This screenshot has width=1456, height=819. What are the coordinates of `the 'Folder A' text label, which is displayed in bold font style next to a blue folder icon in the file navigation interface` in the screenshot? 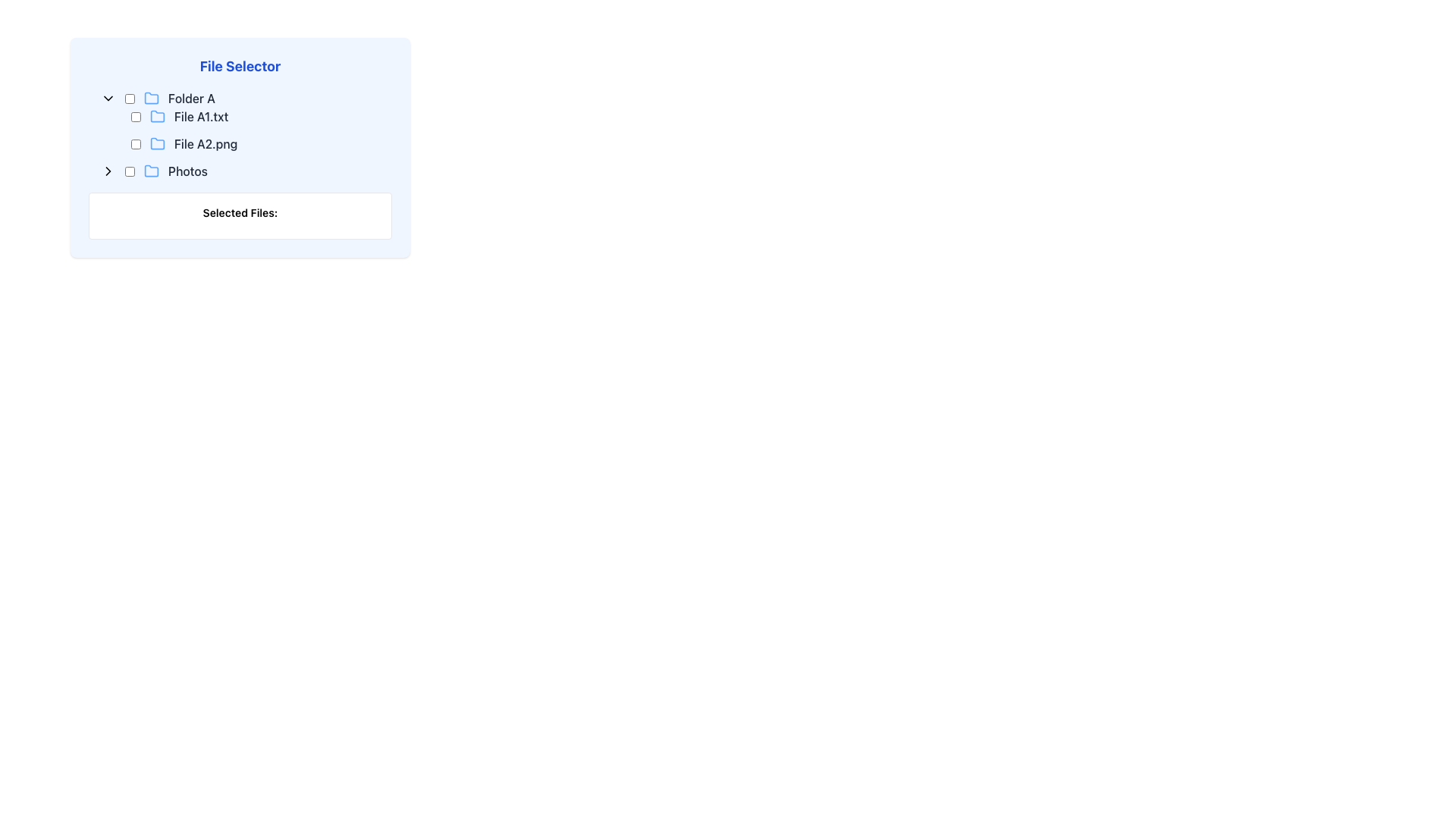 It's located at (190, 99).